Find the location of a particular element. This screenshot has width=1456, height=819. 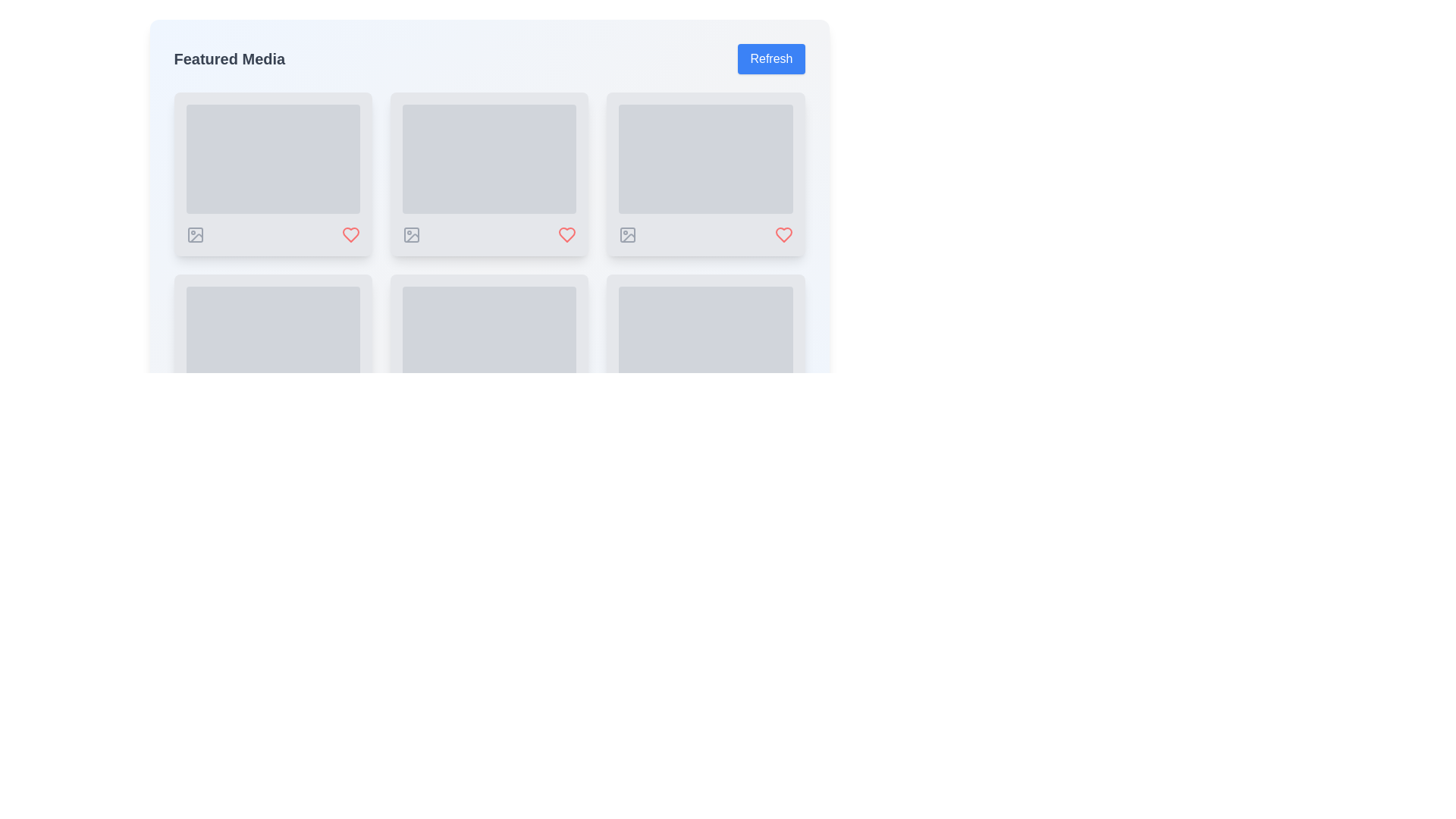

the text label that serves as a section title, positioned to the left of a blue 'Refresh' button is located at coordinates (228, 58).